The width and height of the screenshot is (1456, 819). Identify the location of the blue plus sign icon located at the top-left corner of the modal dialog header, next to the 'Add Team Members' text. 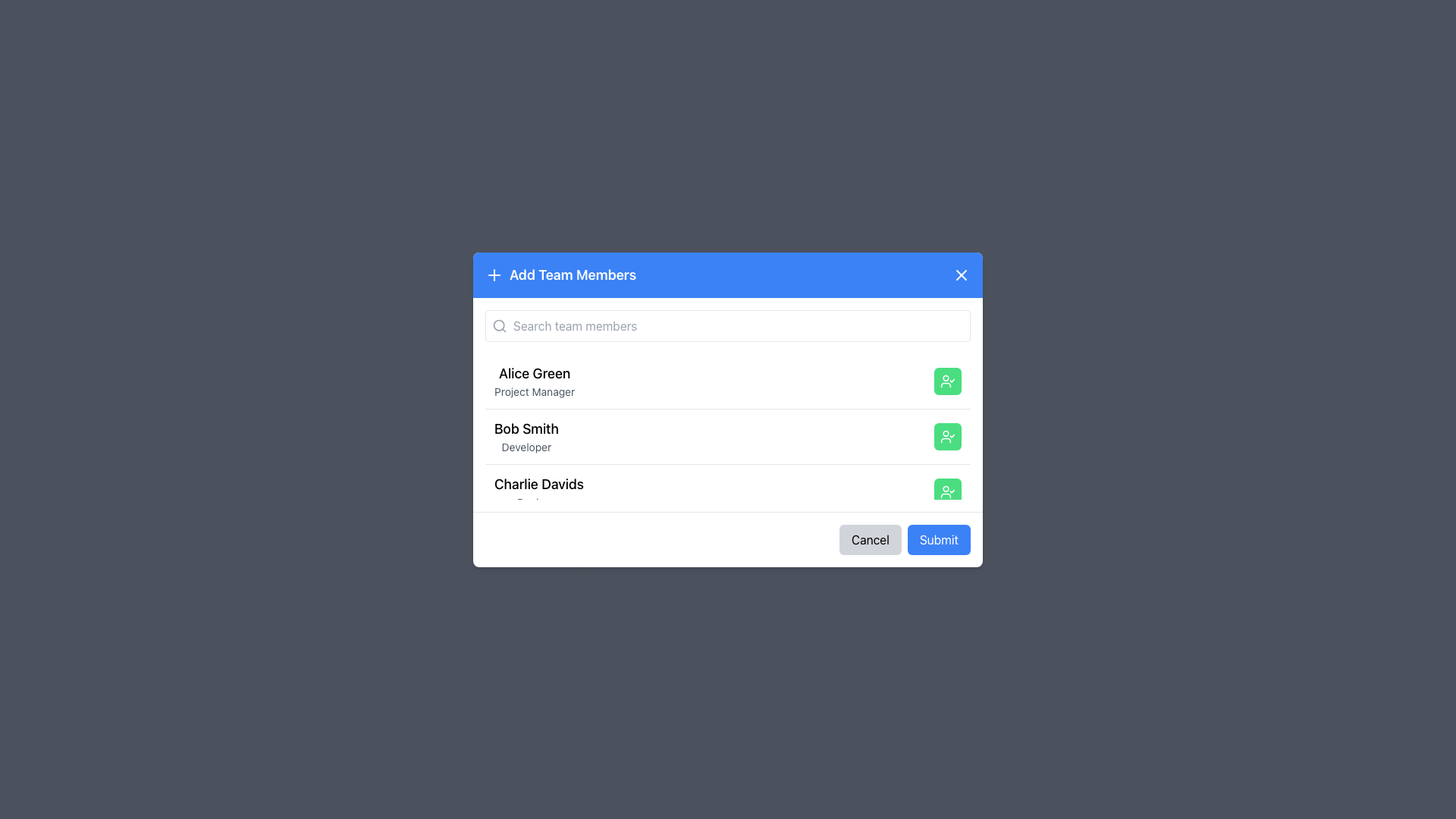
(494, 275).